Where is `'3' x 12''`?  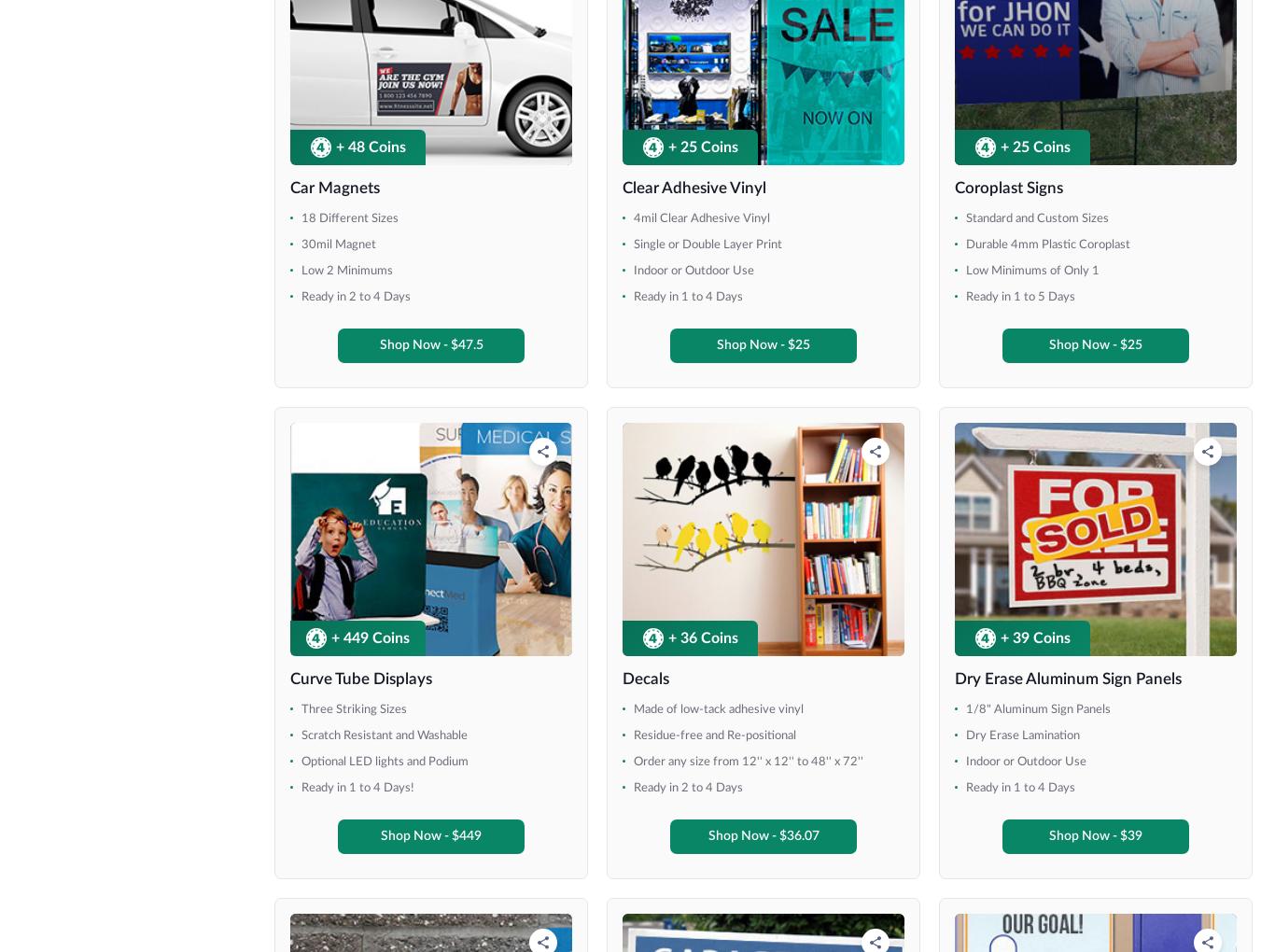
'3' x 12'' is located at coordinates (71, 231).